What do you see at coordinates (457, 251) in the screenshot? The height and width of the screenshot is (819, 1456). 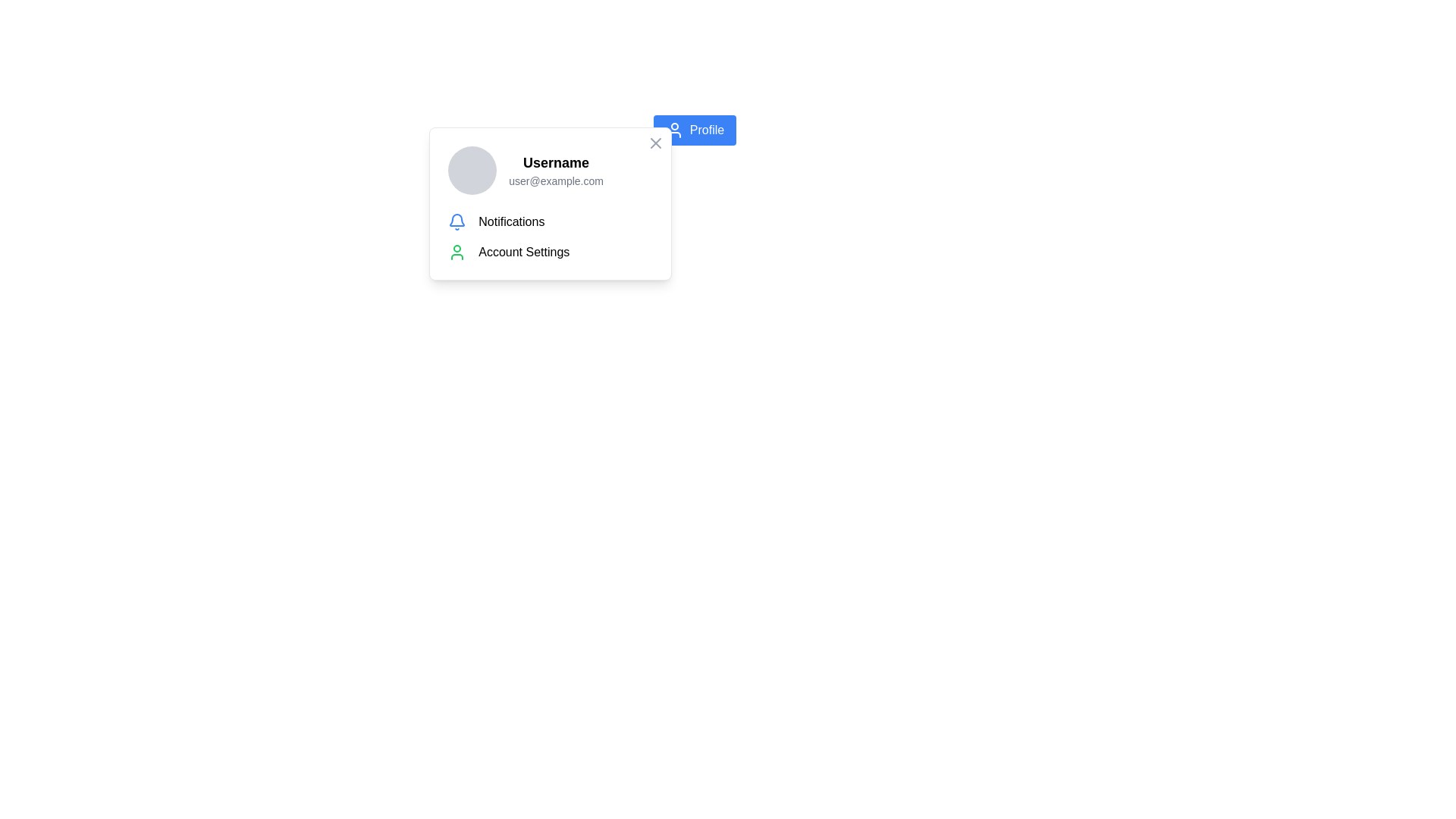 I see `the user silhouette icon, which is visually distinct in green and located to the left of the 'Account Settings' label in the dropdown menu` at bounding box center [457, 251].